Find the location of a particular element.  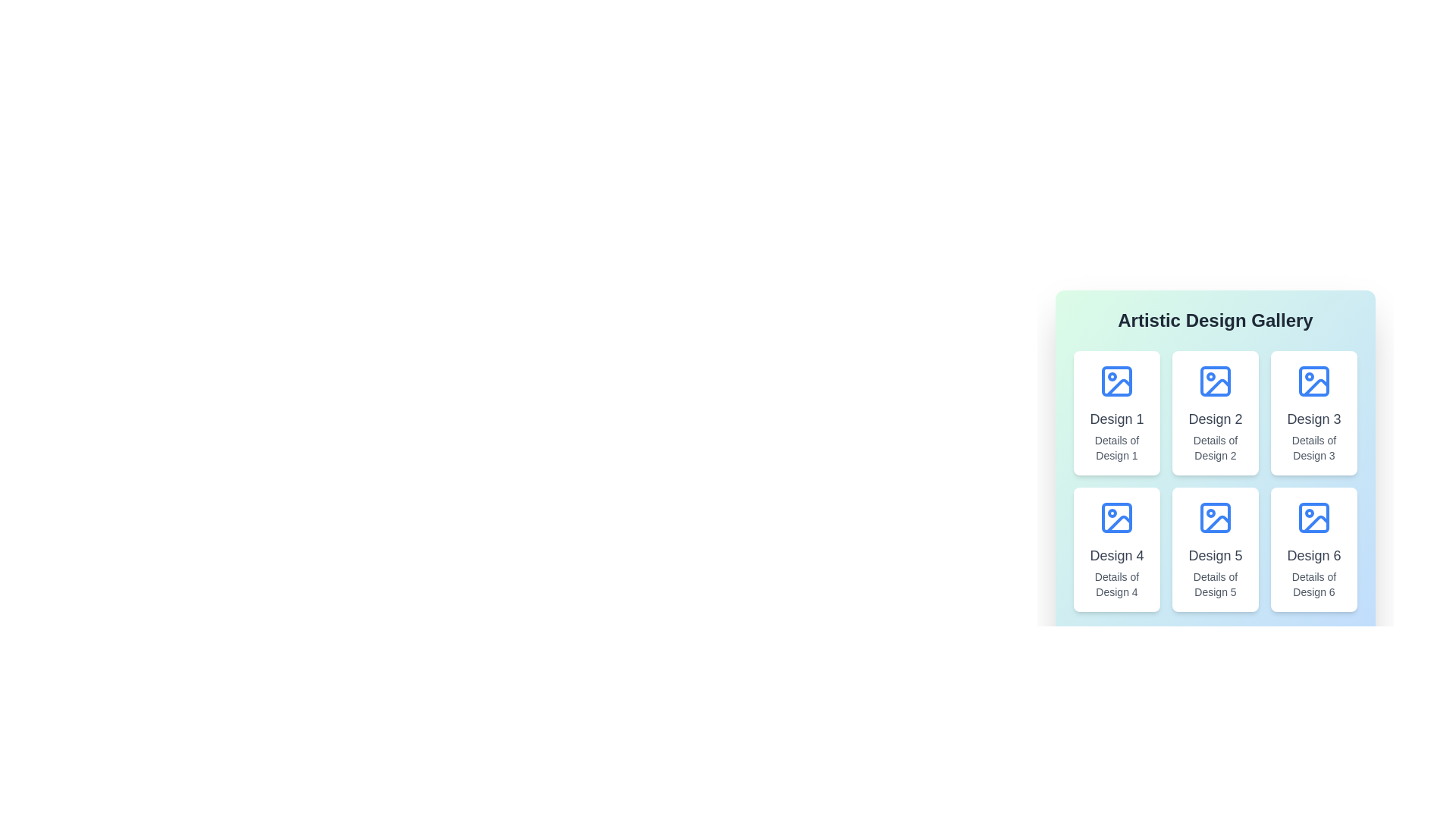

the card labeled 'Design 4' which has a white background, rounded corners, and a blue picture icon at the top is located at coordinates (1117, 550).